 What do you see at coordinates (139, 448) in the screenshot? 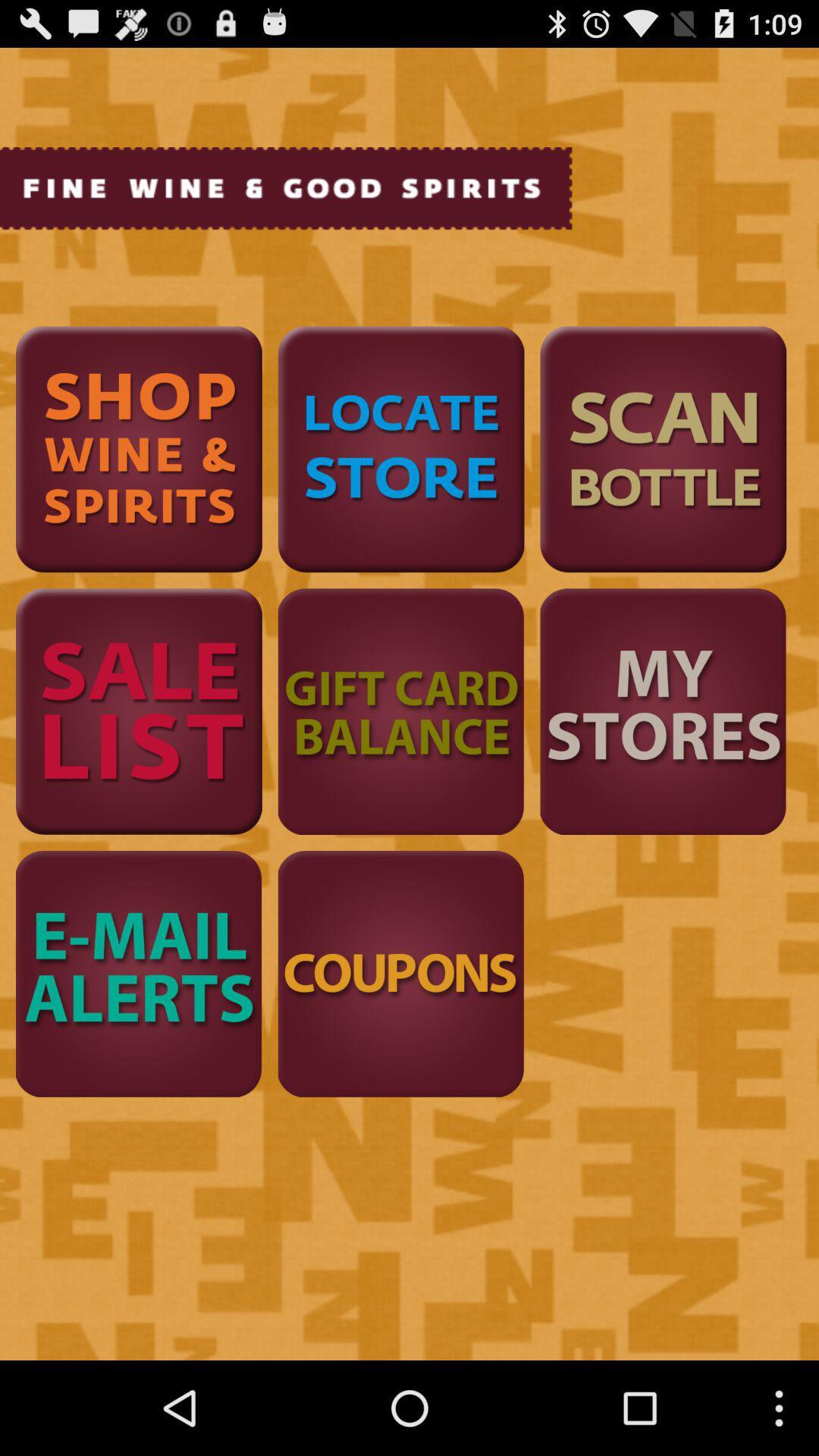
I see `shop wine spirits` at bounding box center [139, 448].